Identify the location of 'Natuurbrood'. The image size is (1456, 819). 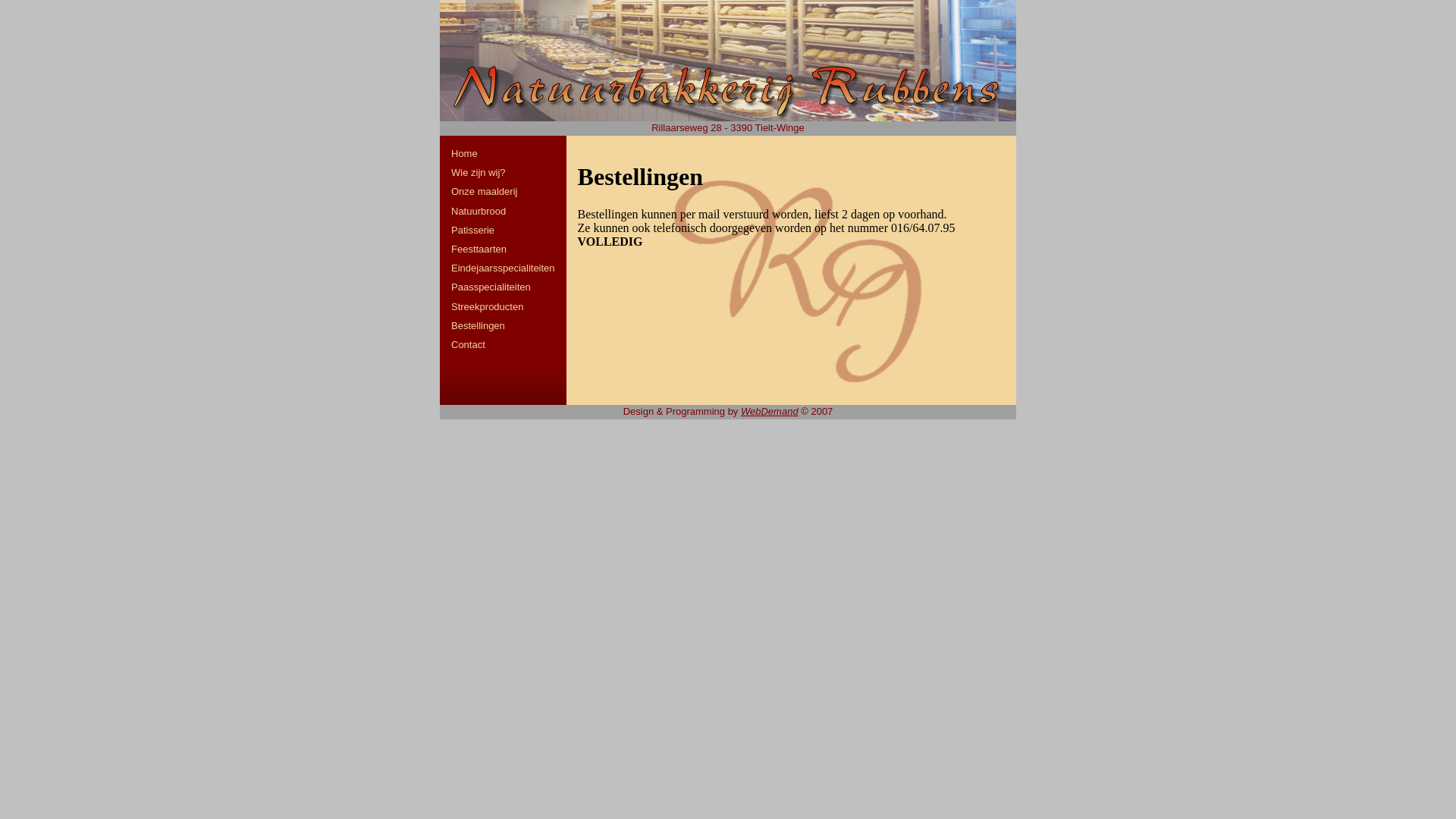
(450, 211).